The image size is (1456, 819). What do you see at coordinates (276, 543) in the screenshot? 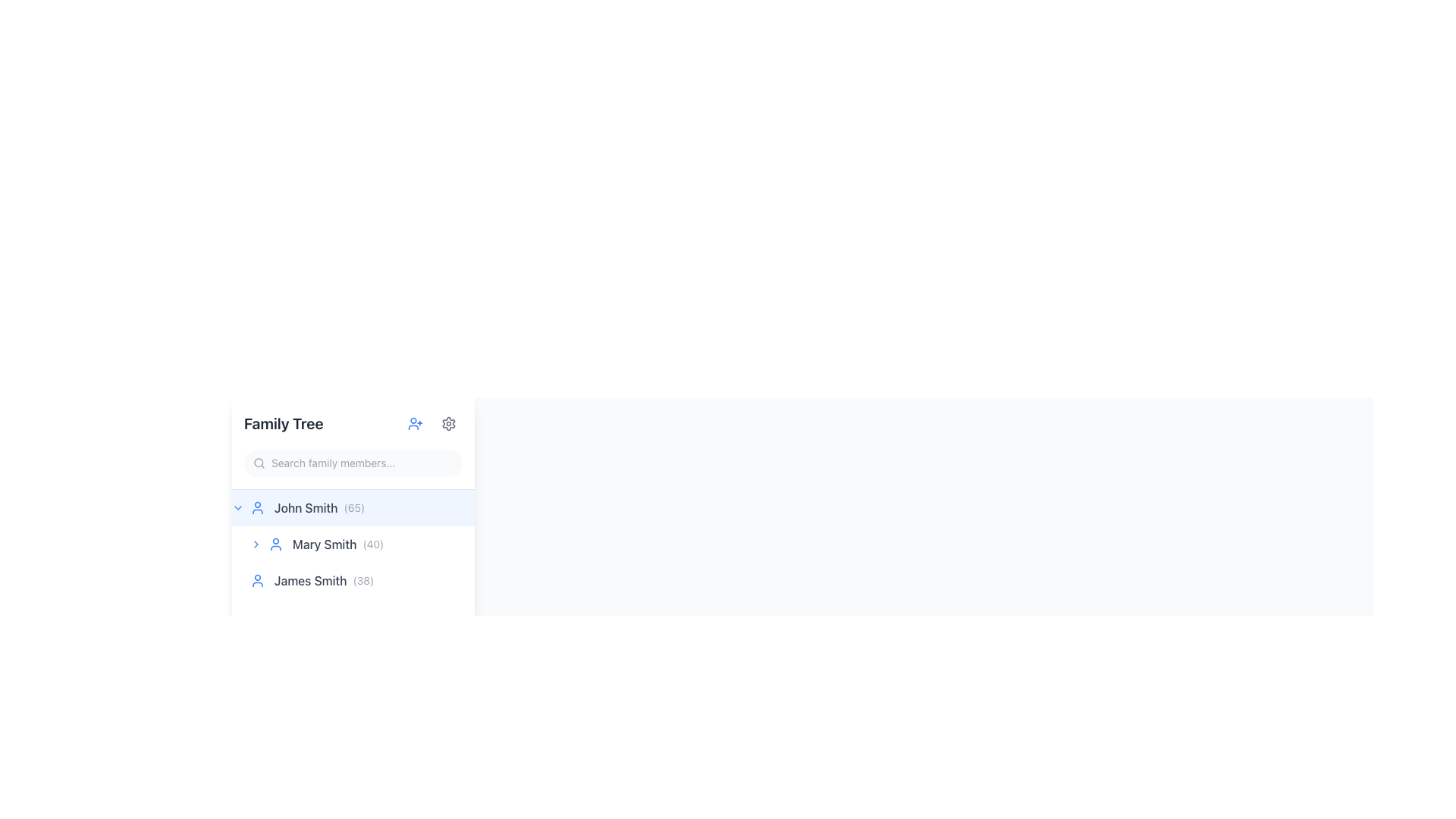
I see `the user icon representing 'Mary Smith (40)' in the family tree panel, which is located to the left of the text and is the second item in the list` at bounding box center [276, 543].